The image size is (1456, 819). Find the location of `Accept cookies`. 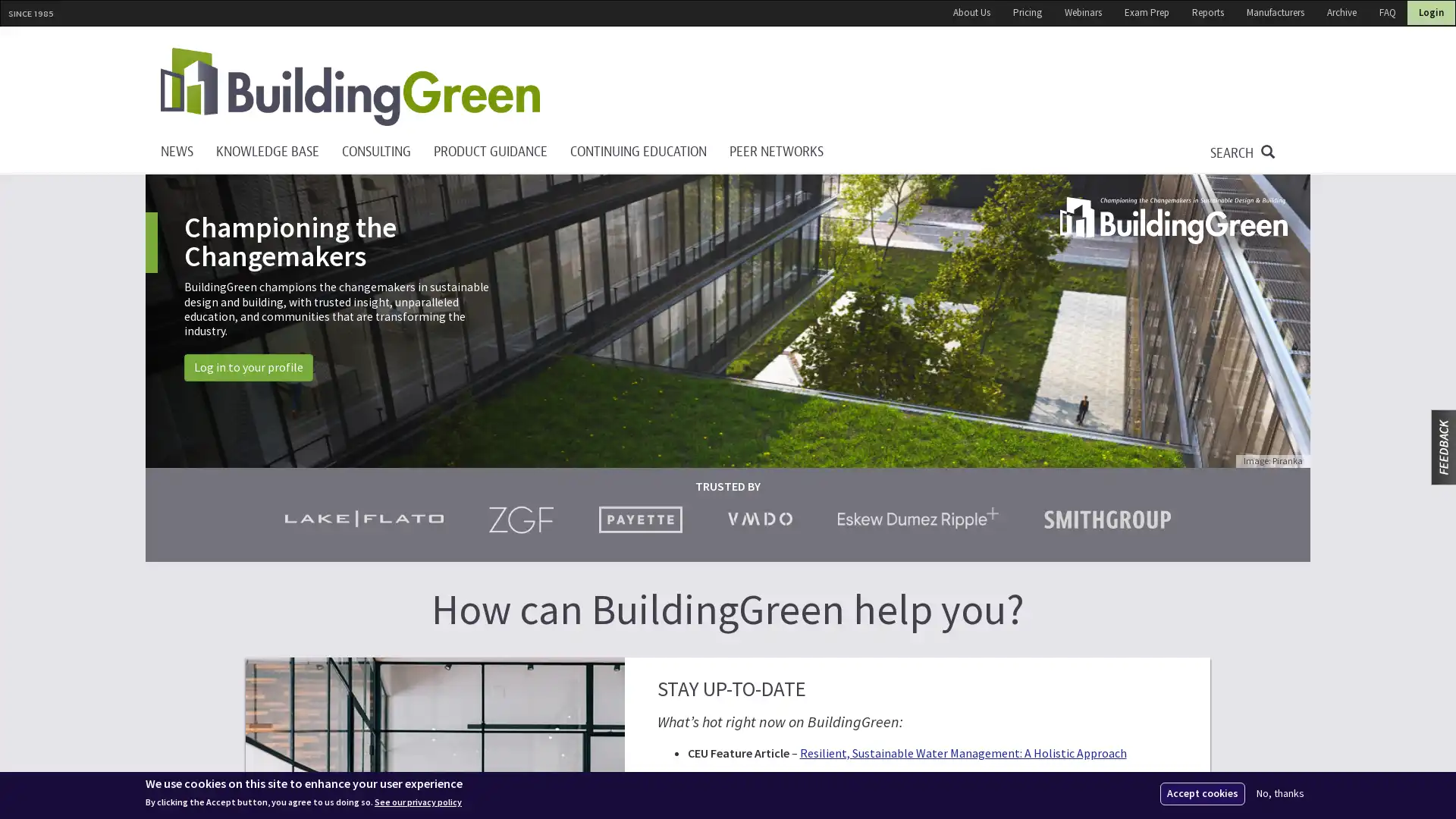

Accept cookies is located at coordinates (1201, 792).